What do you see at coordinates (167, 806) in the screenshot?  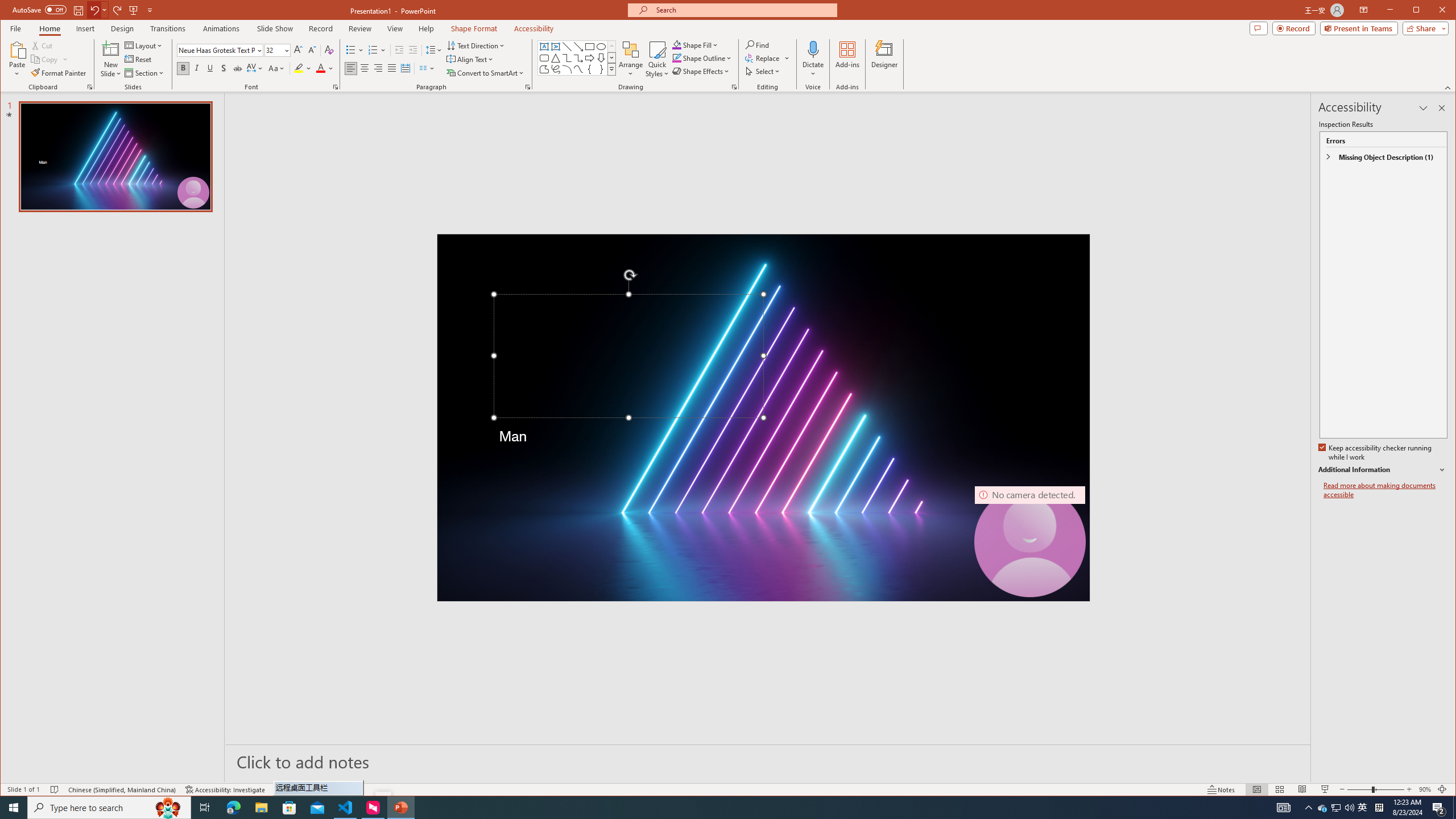 I see `'Search highlights icon opens search home window'` at bounding box center [167, 806].